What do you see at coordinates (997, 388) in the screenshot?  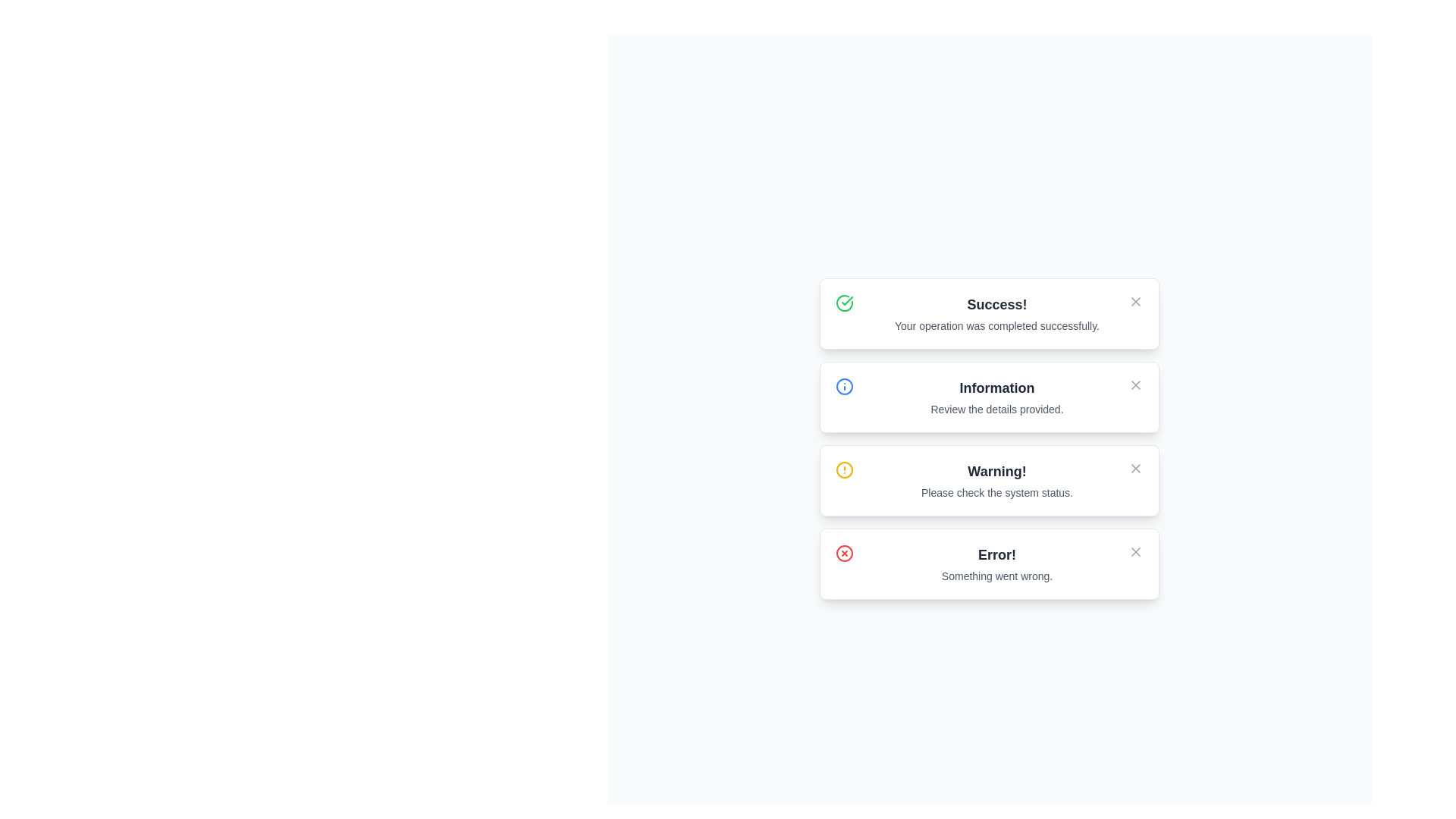 I see `any interactive elements located near the 'Information' text label within the notification card, which is the second card in a vertical stack of notifications` at bounding box center [997, 388].